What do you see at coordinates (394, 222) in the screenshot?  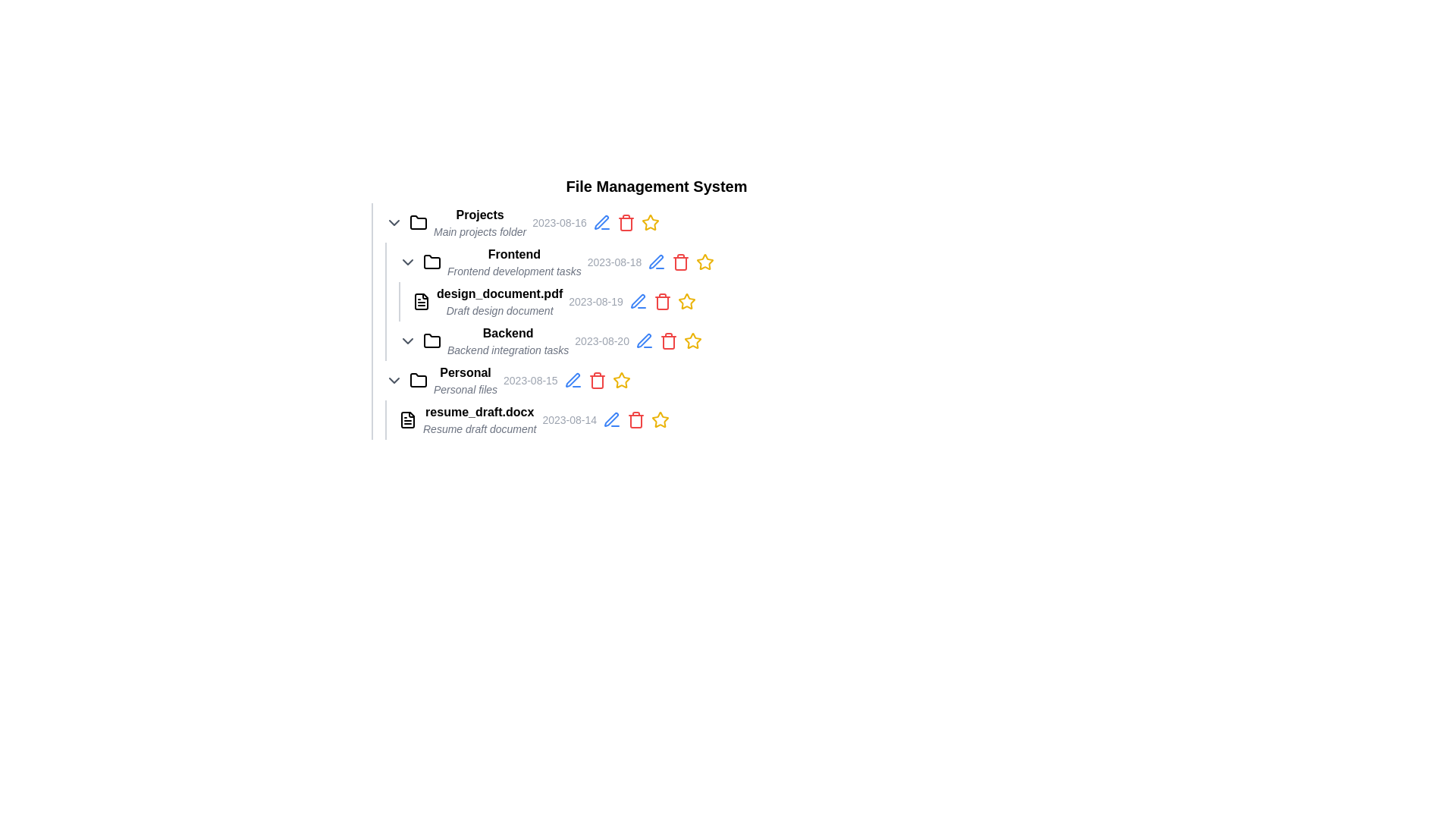 I see `the downward-pointing chevron icon located to the left of the 'Projects' label` at bounding box center [394, 222].